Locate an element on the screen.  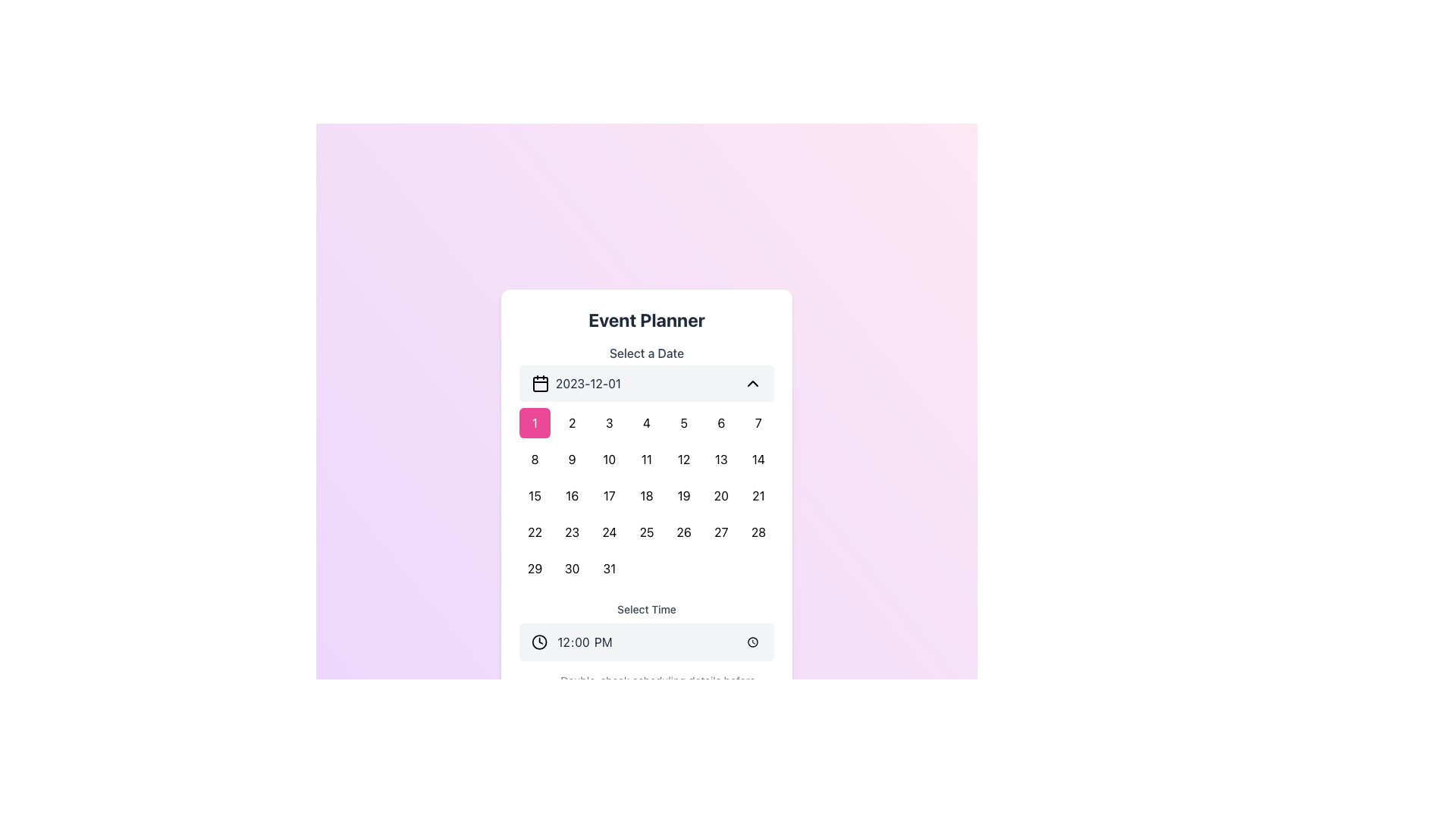
the fourth date button in the calendar grid is located at coordinates (647, 423).